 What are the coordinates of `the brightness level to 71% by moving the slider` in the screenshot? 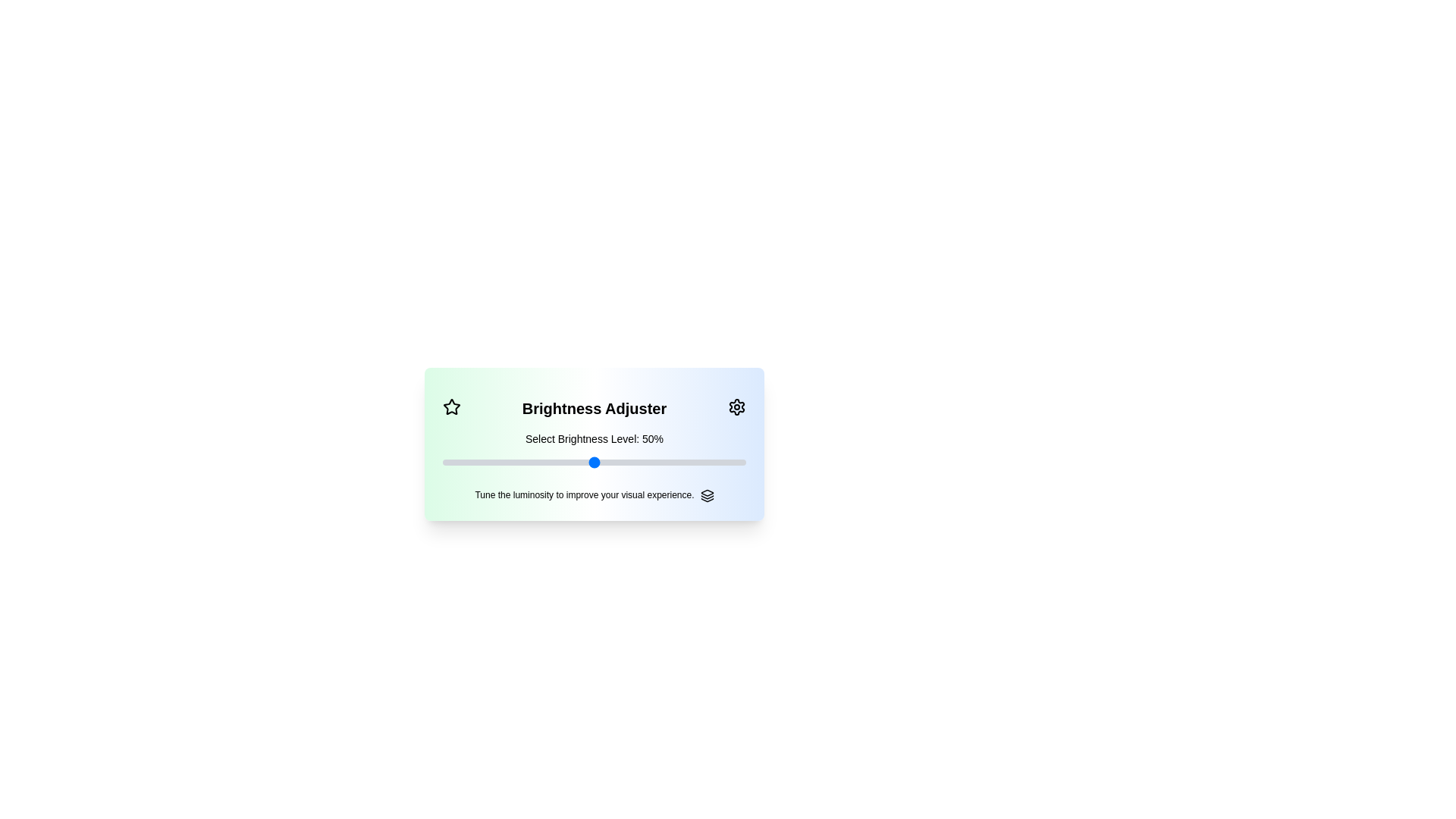 It's located at (658, 461).